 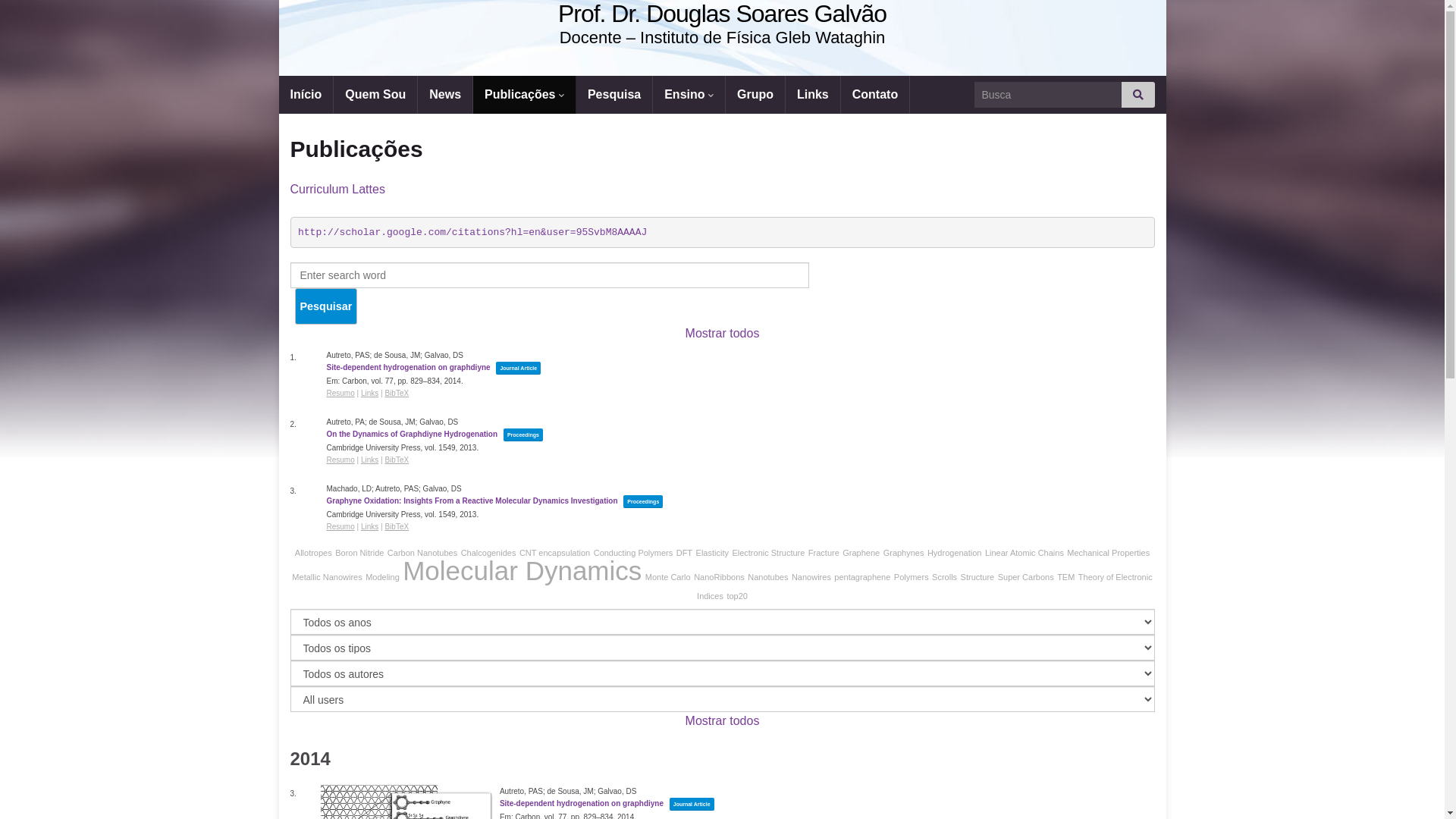 What do you see at coordinates (767, 576) in the screenshot?
I see `'Nanotubes'` at bounding box center [767, 576].